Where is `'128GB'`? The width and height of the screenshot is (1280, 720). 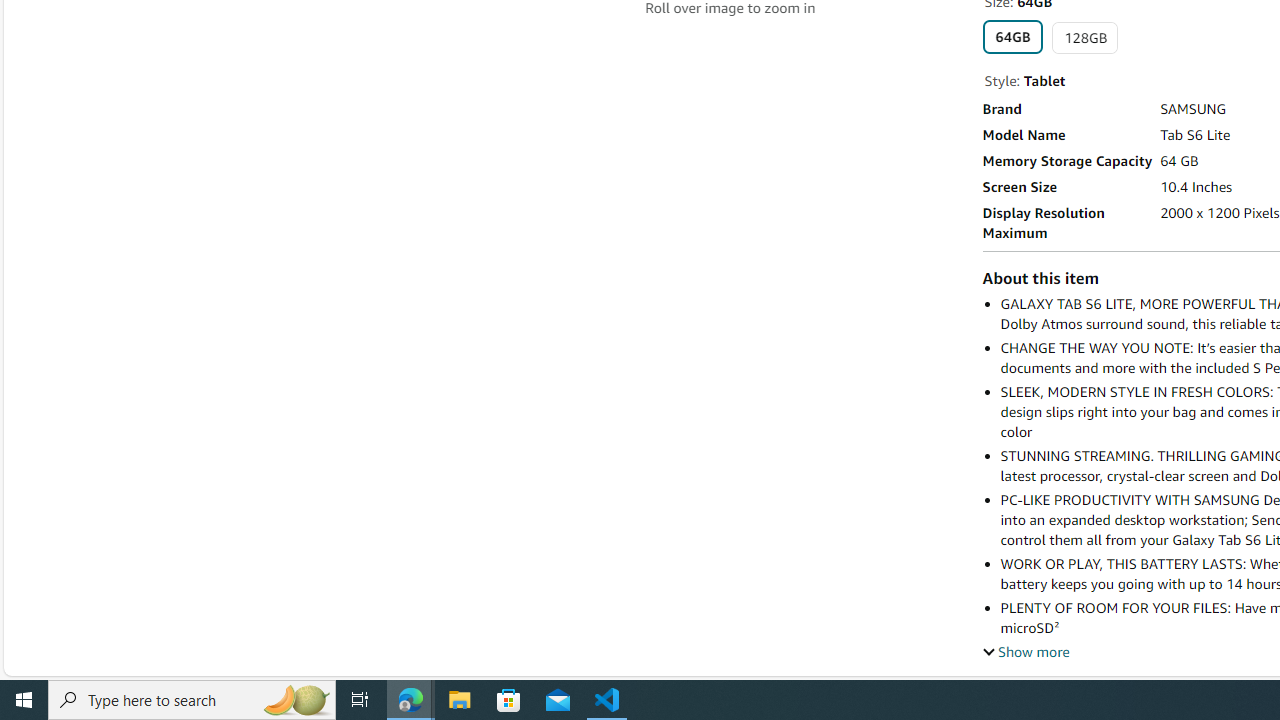 '128GB' is located at coordinates (1084, 38).